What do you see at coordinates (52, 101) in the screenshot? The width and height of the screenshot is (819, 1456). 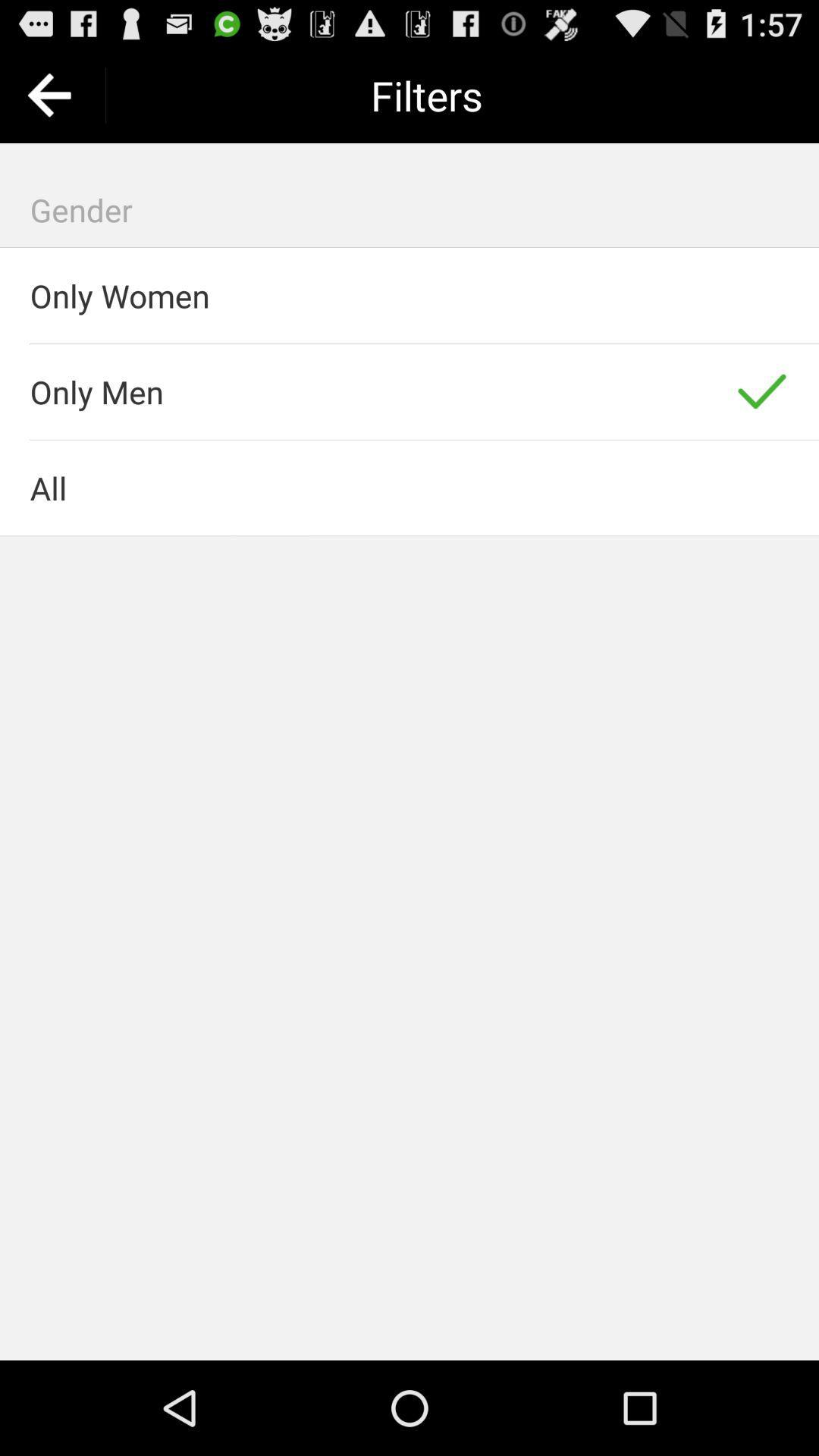 I see `the arrow_backward icon` at bounding box center [52, 101].